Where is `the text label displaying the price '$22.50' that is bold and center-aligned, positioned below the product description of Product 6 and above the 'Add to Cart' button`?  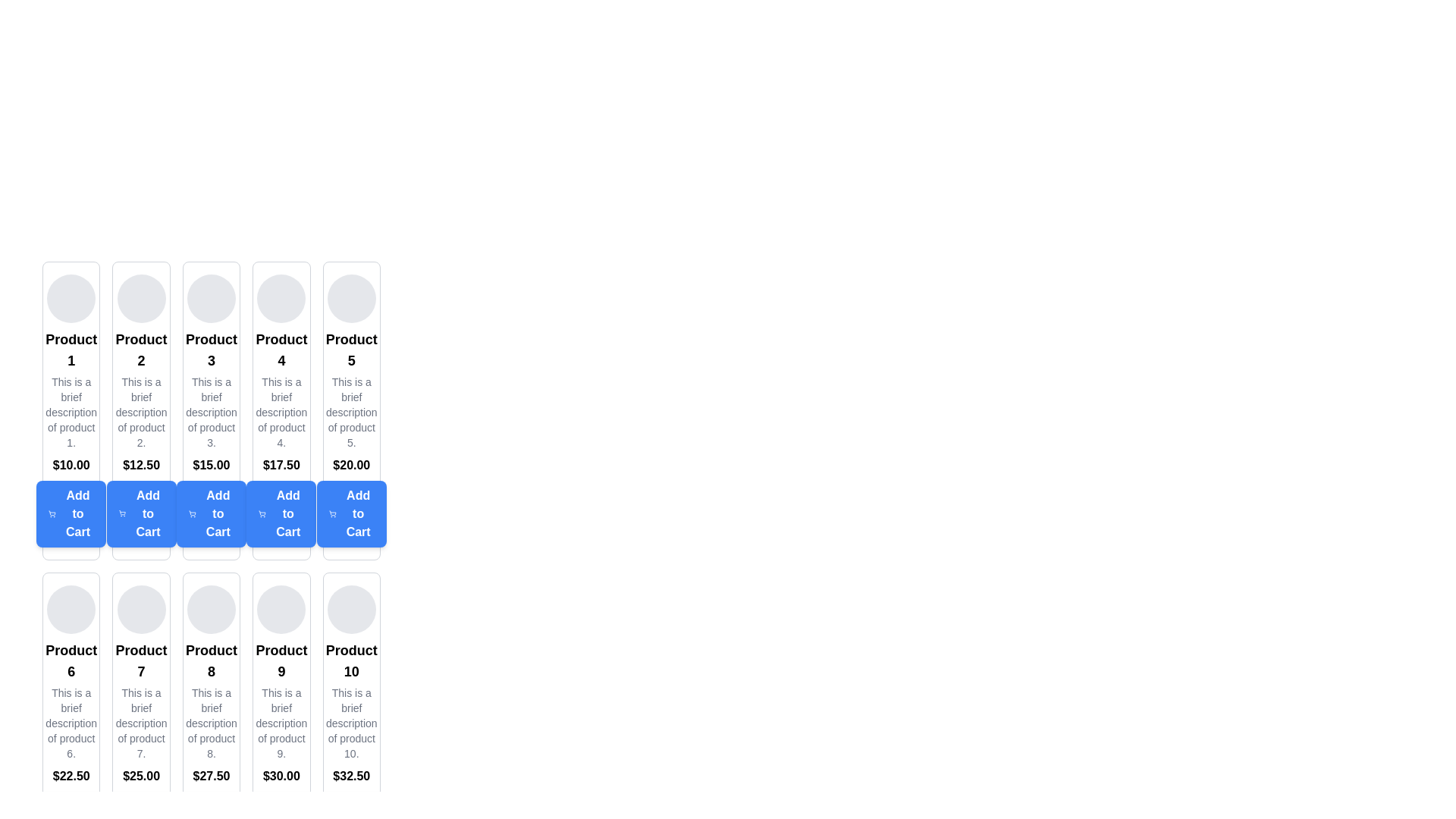 the text label displaying the price '$22.50' that is bold and center-aligned, positioned below the product description of Product 6 and above the 'Add to Cart' button is located at coordinates (71, 776).